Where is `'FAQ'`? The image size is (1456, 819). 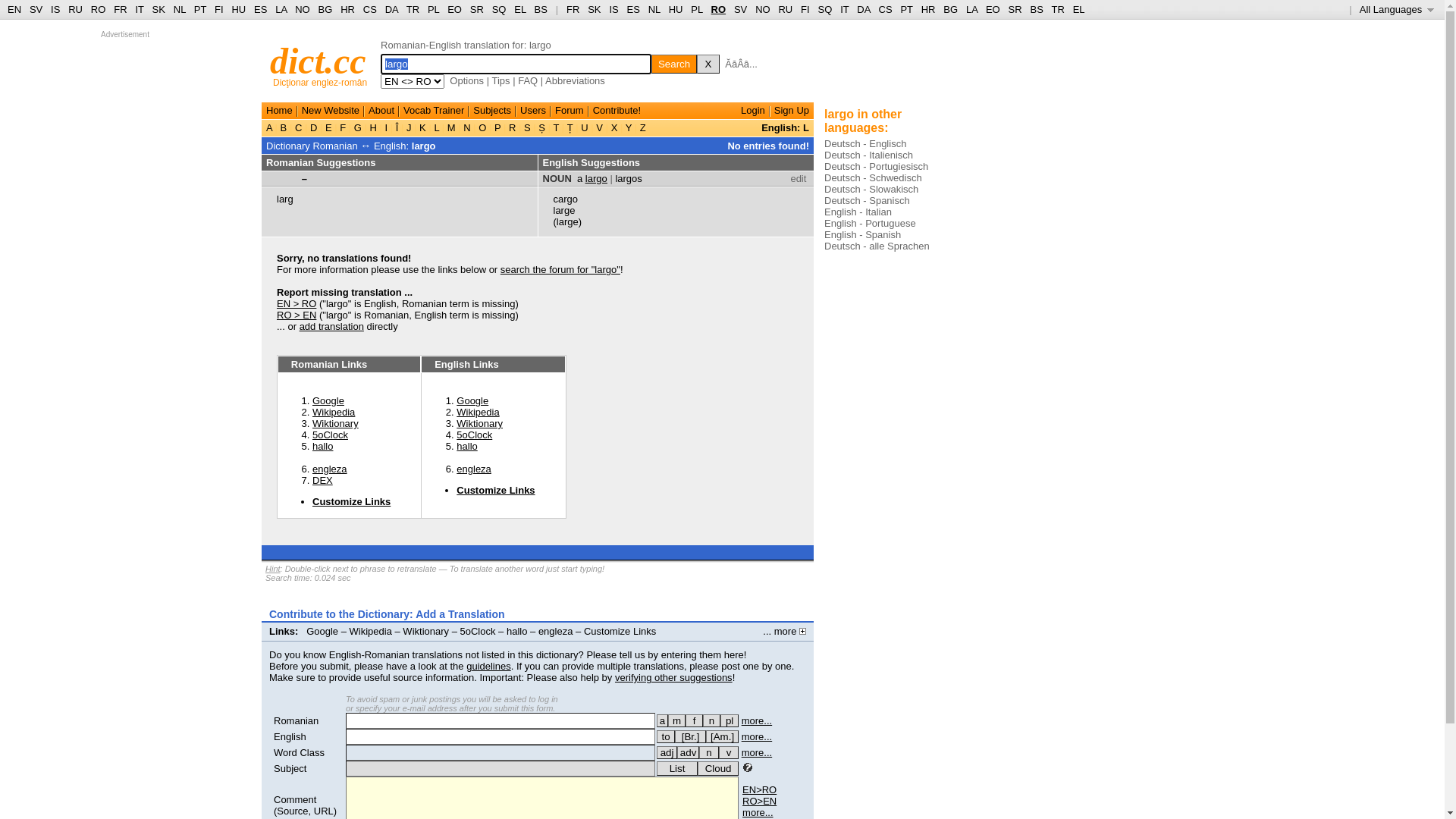
'FAQ' is located at coordinates (517, 80).